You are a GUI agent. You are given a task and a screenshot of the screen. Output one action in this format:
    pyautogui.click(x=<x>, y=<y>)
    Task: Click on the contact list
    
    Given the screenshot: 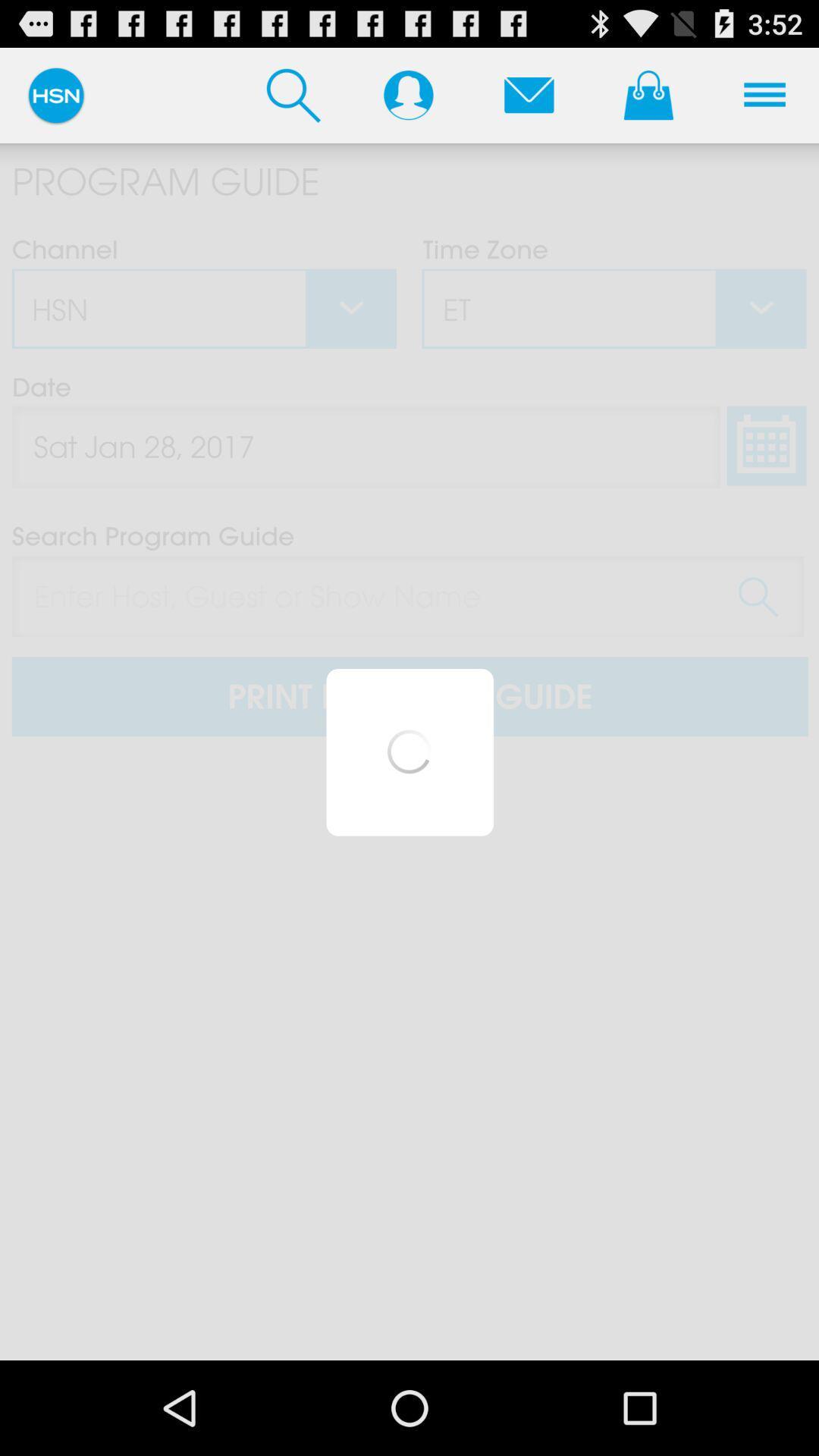 What is the action you would take?
    pyautogui.click(x=407, y=94)
    